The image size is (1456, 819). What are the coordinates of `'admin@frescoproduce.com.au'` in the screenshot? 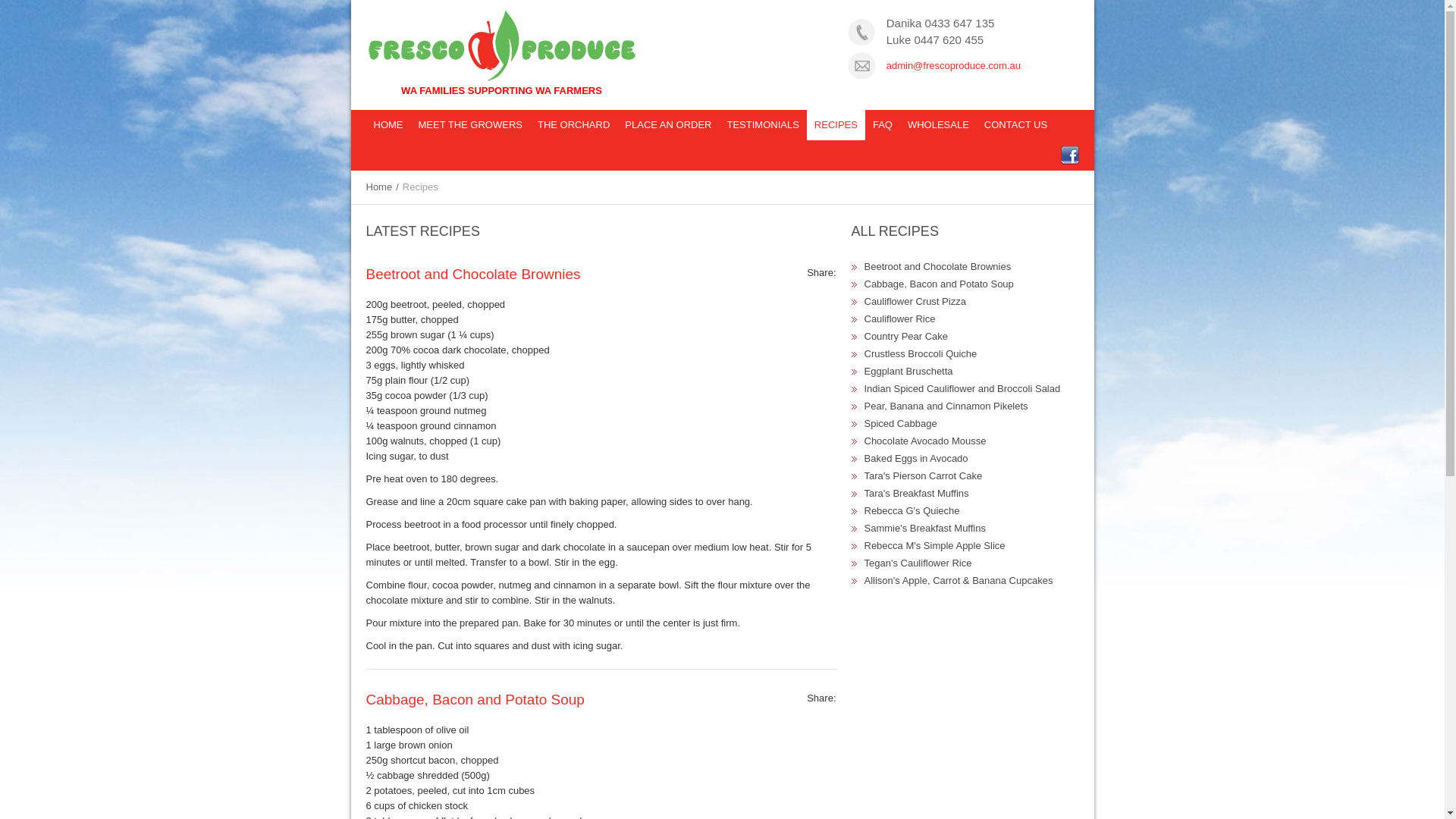 It's located at (952, 64).